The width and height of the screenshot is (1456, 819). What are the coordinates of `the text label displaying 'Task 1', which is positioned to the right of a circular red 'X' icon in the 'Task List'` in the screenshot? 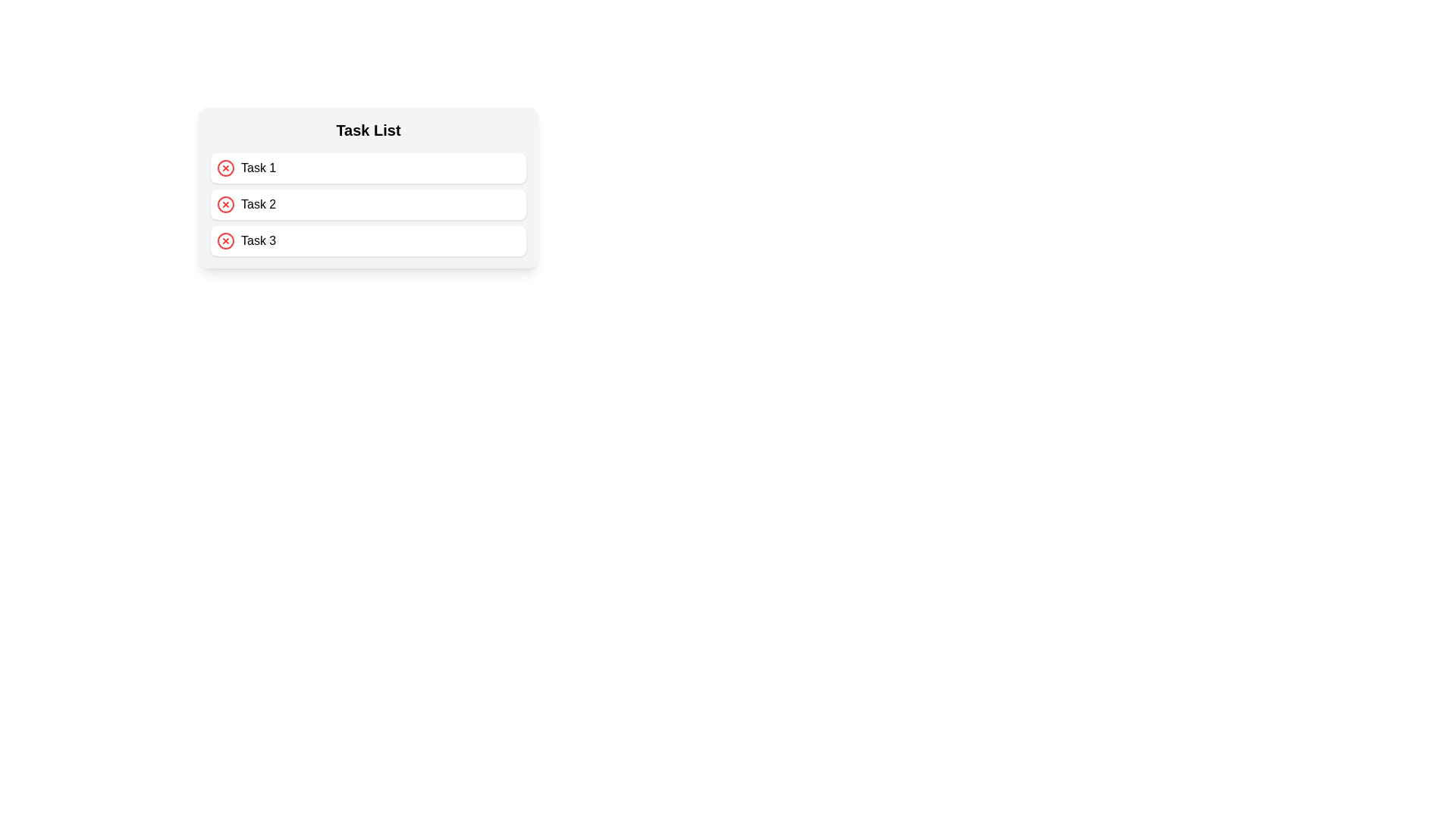 It's located at (259, 168).